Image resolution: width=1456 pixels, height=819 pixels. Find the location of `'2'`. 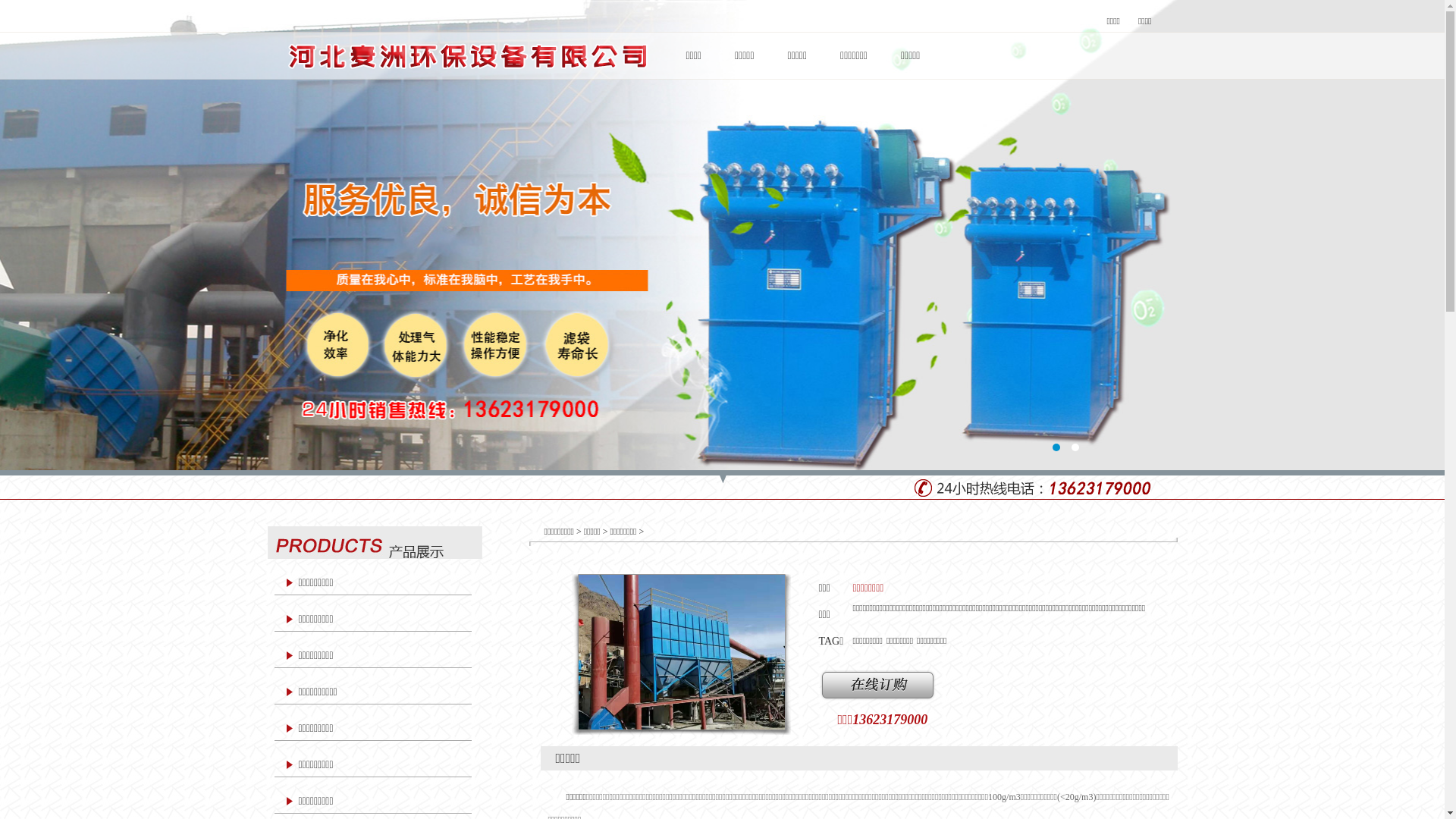

'2' is located at coordinates (1073, 447).